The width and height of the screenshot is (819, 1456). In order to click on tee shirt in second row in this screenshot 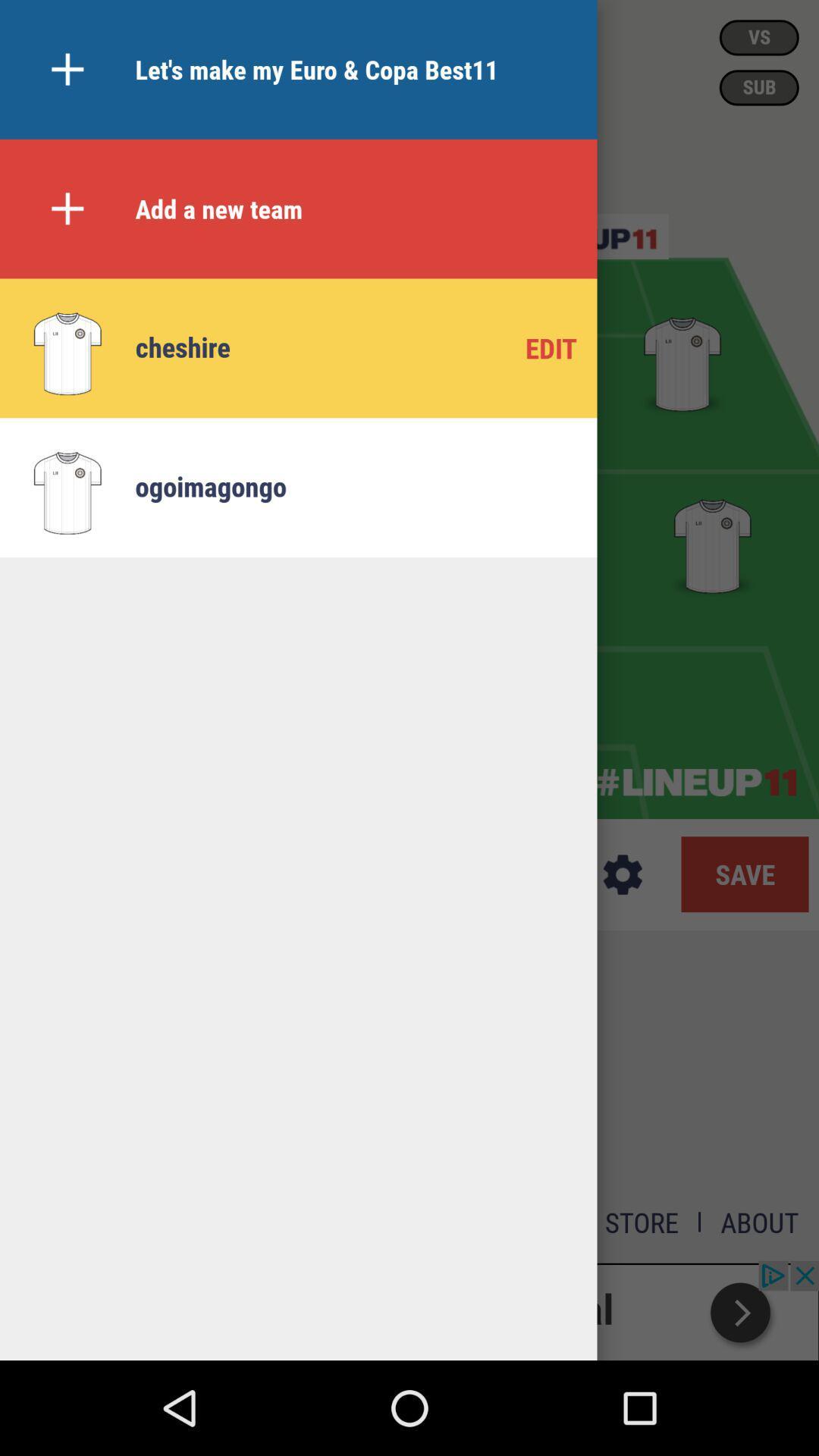, I will do `click(713, 543)`.